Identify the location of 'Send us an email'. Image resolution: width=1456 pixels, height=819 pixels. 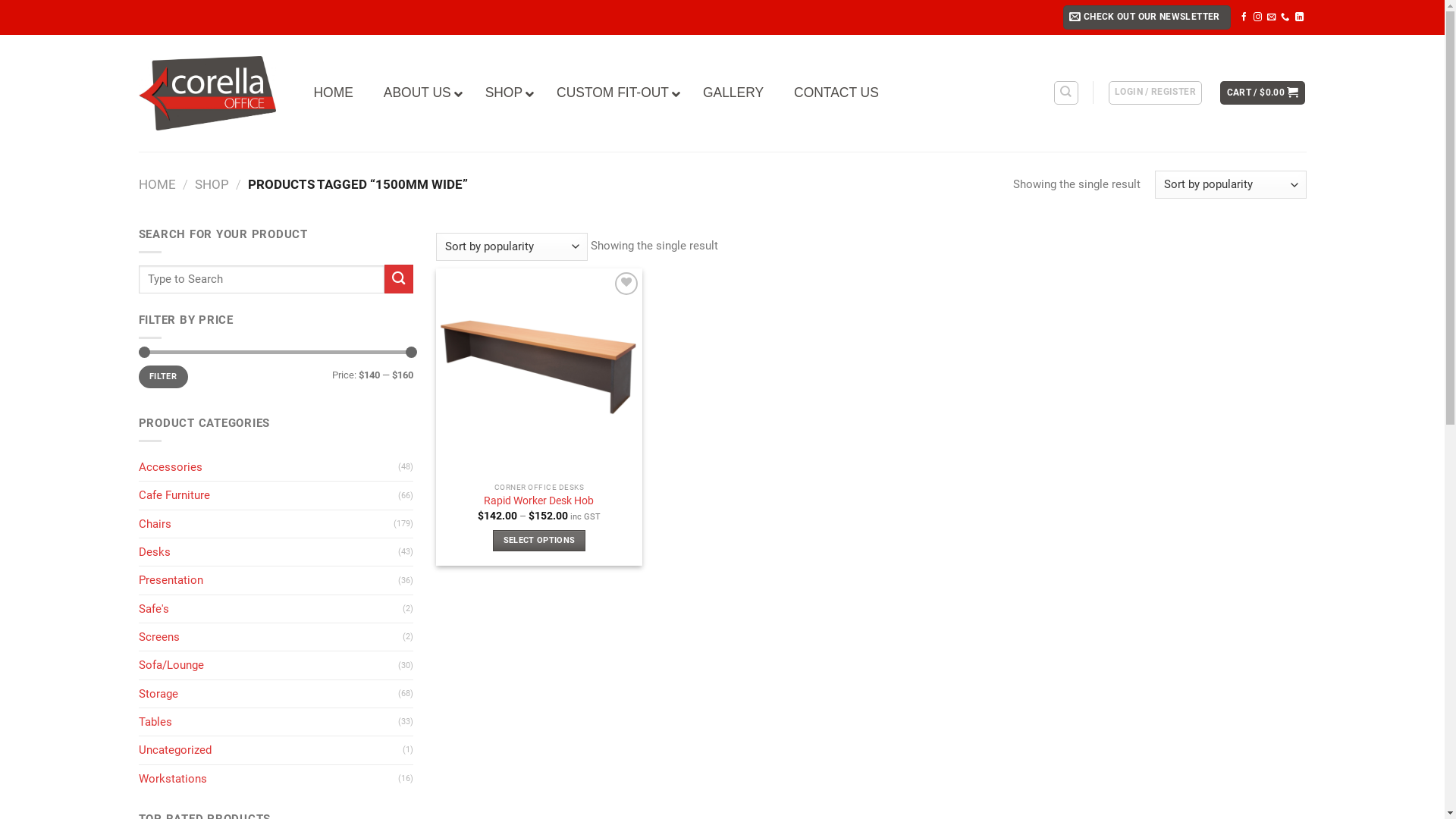
(1271, 17).